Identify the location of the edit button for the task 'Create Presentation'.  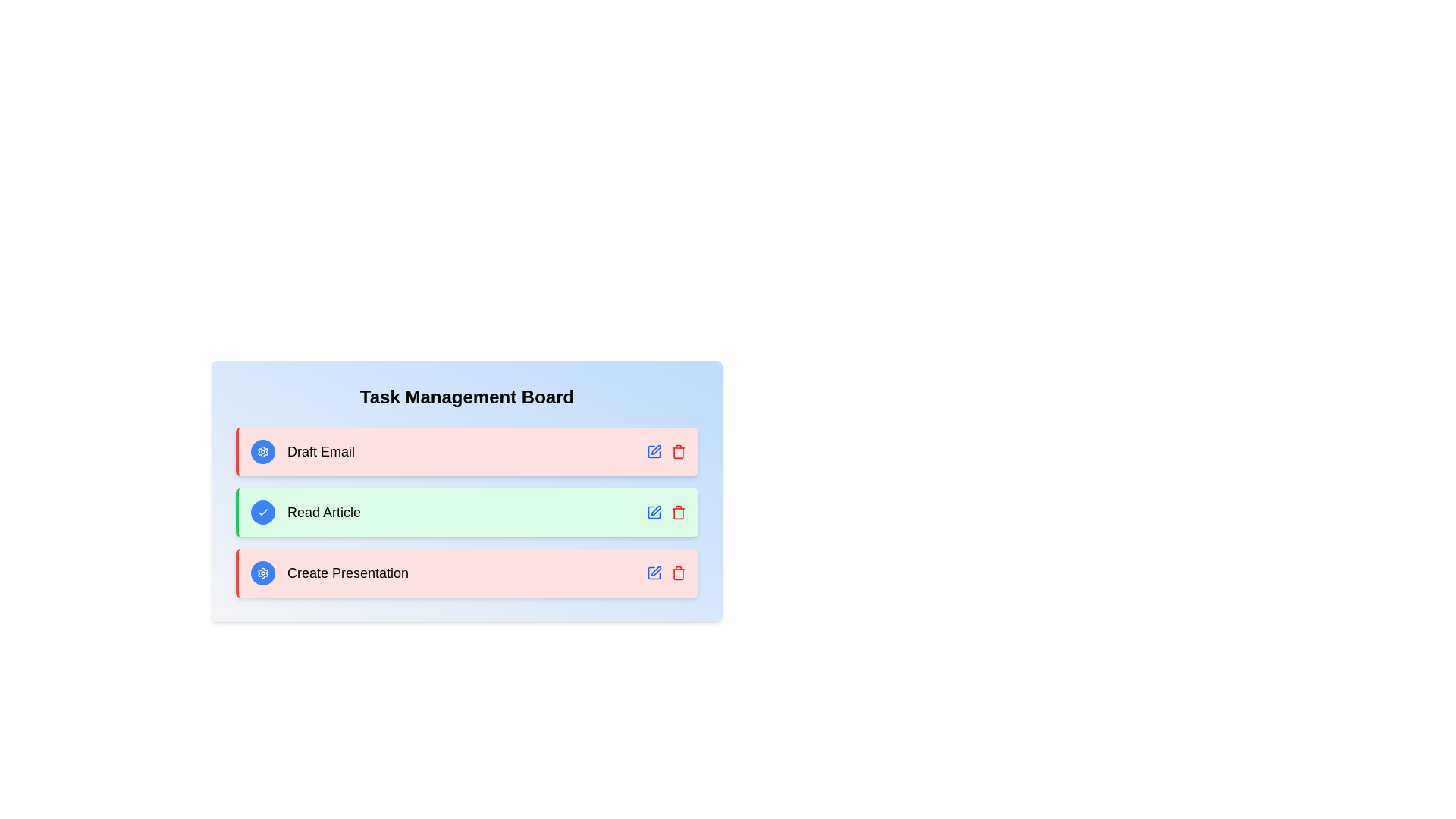
(654, 573).